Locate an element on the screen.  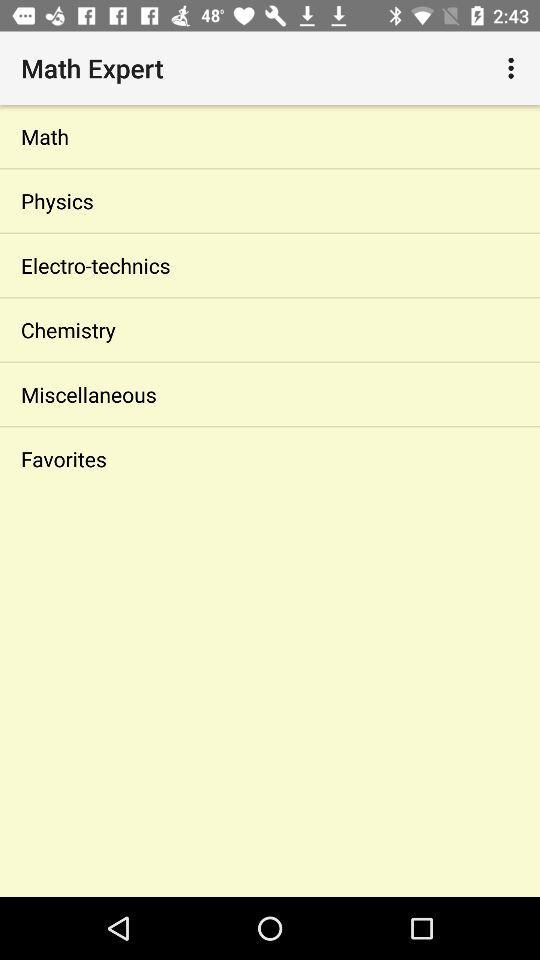
physics is located at coordinates (270, 201).